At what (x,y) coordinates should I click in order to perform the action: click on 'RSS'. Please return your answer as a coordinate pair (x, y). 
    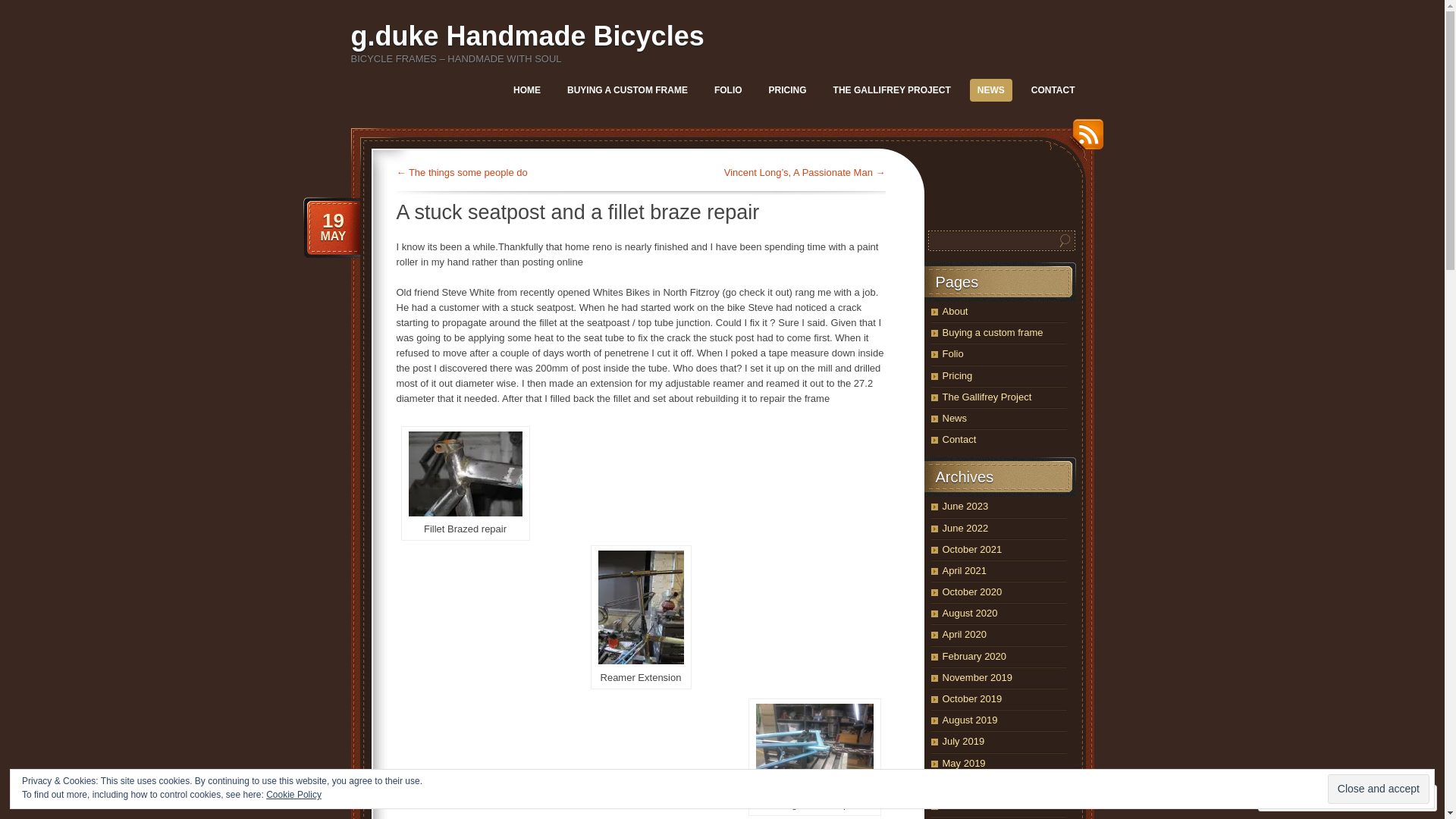
    Looking at the image, I should click on (1063, 140).